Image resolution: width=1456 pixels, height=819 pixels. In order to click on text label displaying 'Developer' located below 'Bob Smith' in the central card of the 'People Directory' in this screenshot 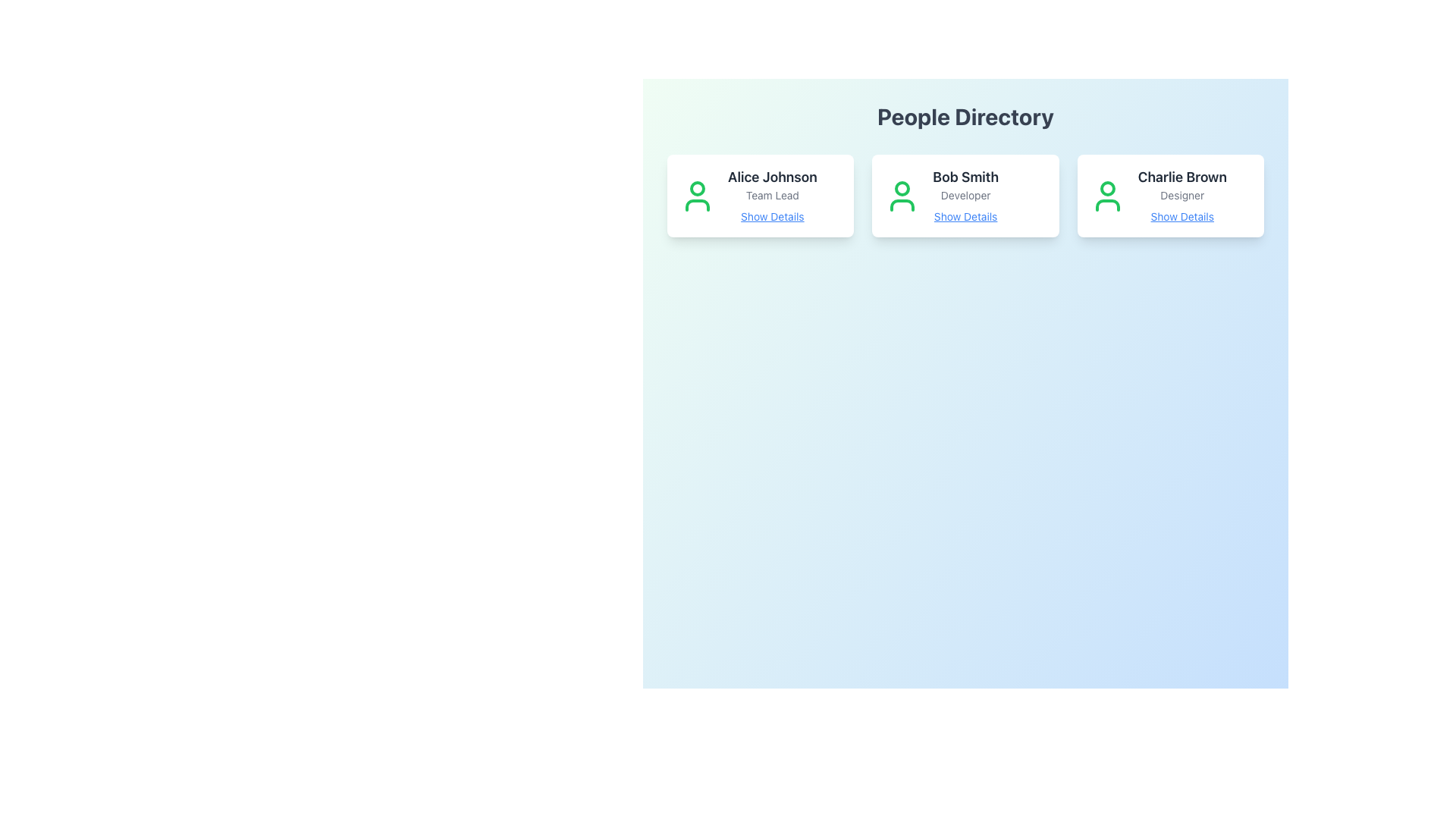, I will do `click(965, 195)`.